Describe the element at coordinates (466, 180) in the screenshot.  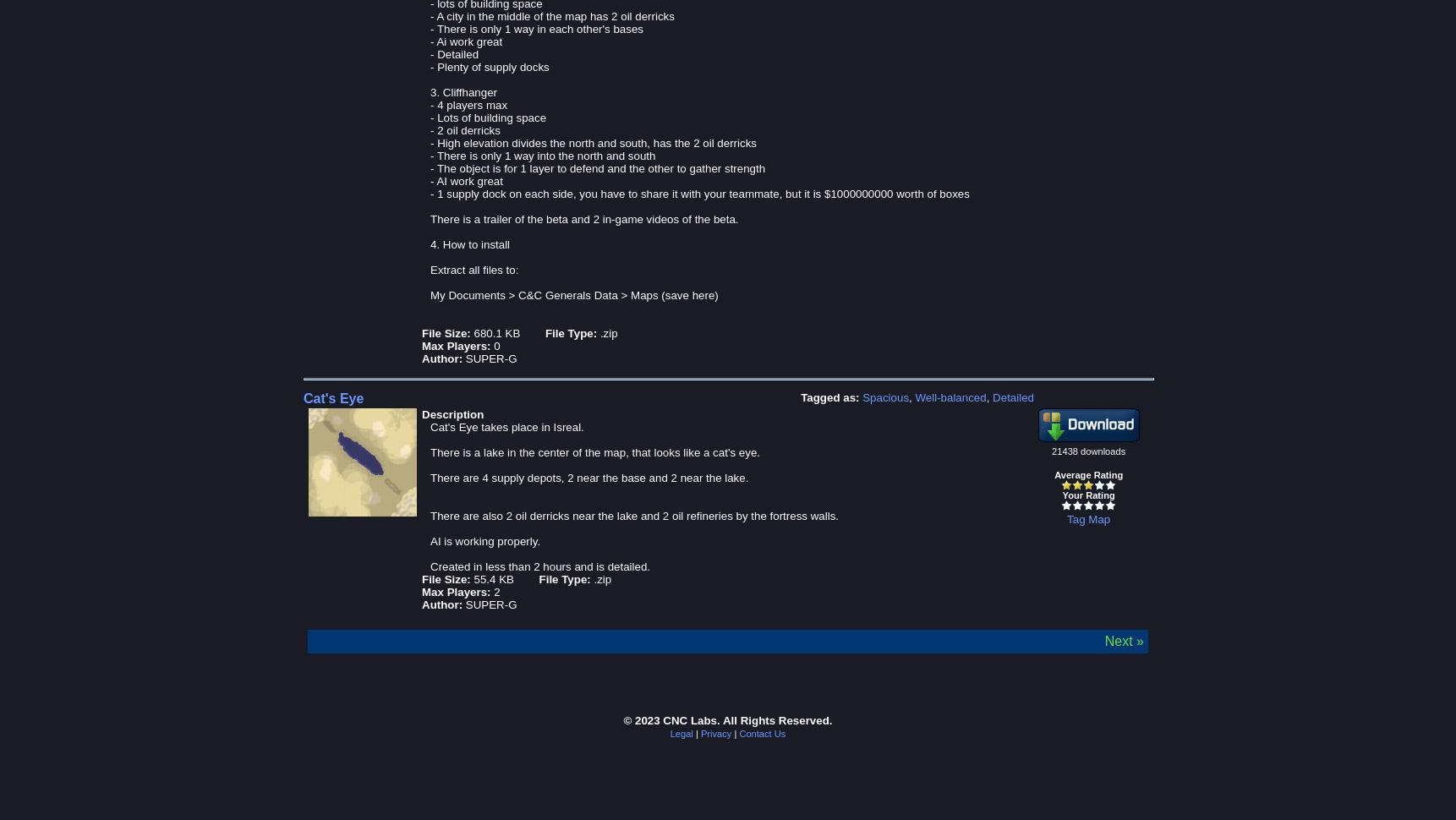
I see `'- AI work great'` at that location.